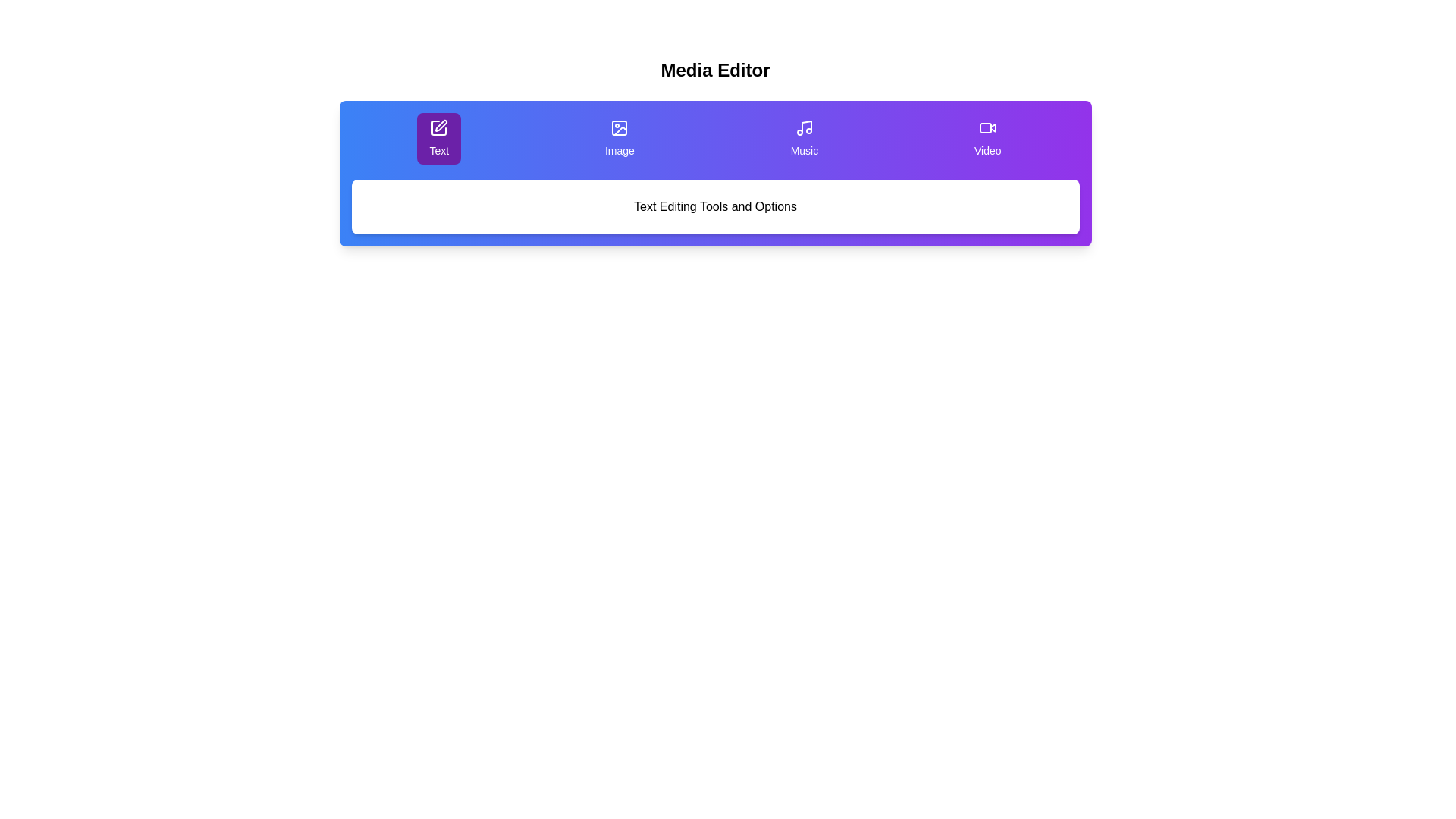 This screenshot has height=819, width=1456. What do you see at coordinates (987, 127) in the screenshot?
I see `the video camera icon, which is a purple SVG graphic located in the 'Video' button in the top-right section of the interface toolbar` at bounding box center [987, 127].